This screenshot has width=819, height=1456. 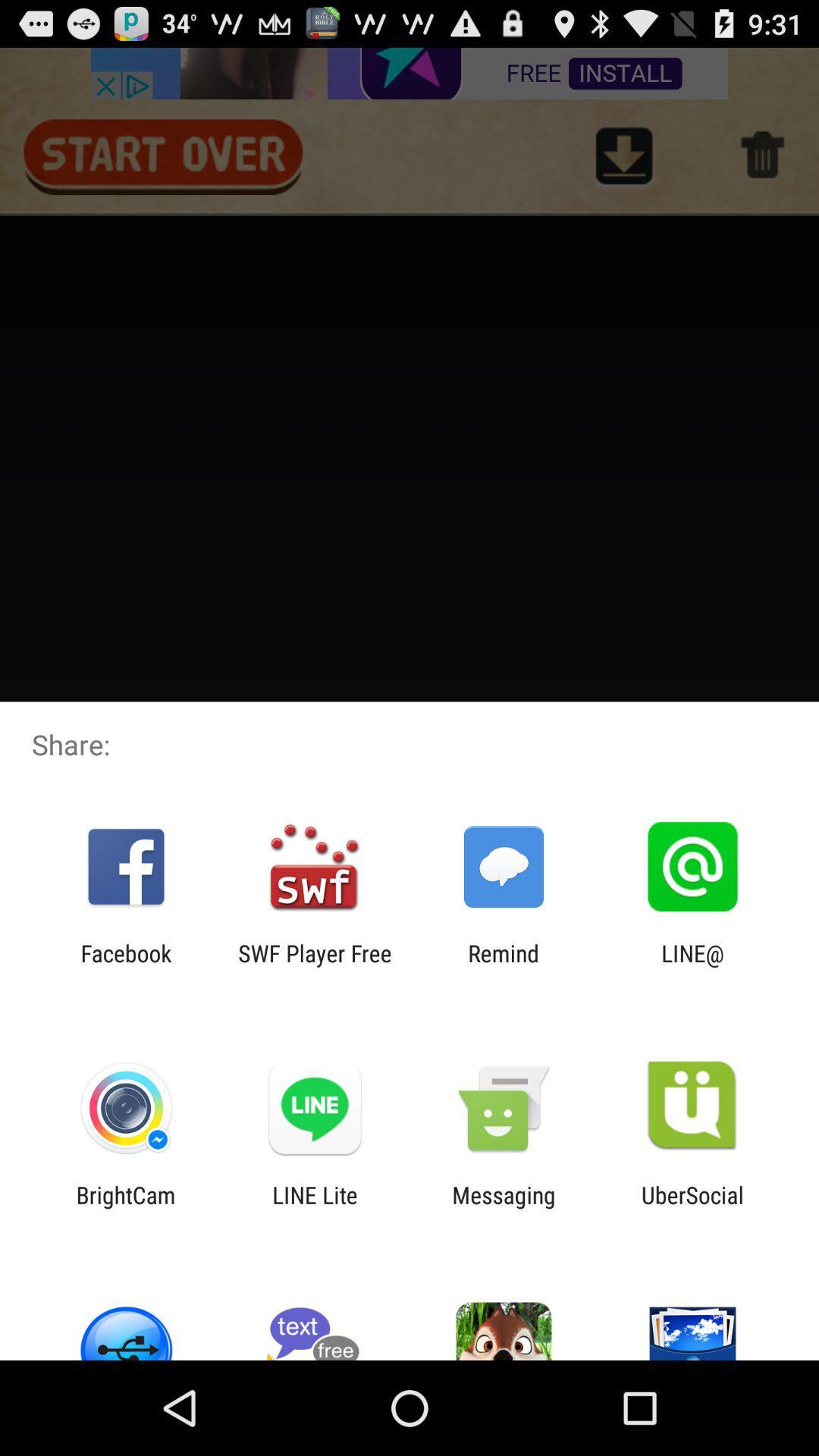 I want to click on the item next to brightcam, so click(x=314, y=1207).